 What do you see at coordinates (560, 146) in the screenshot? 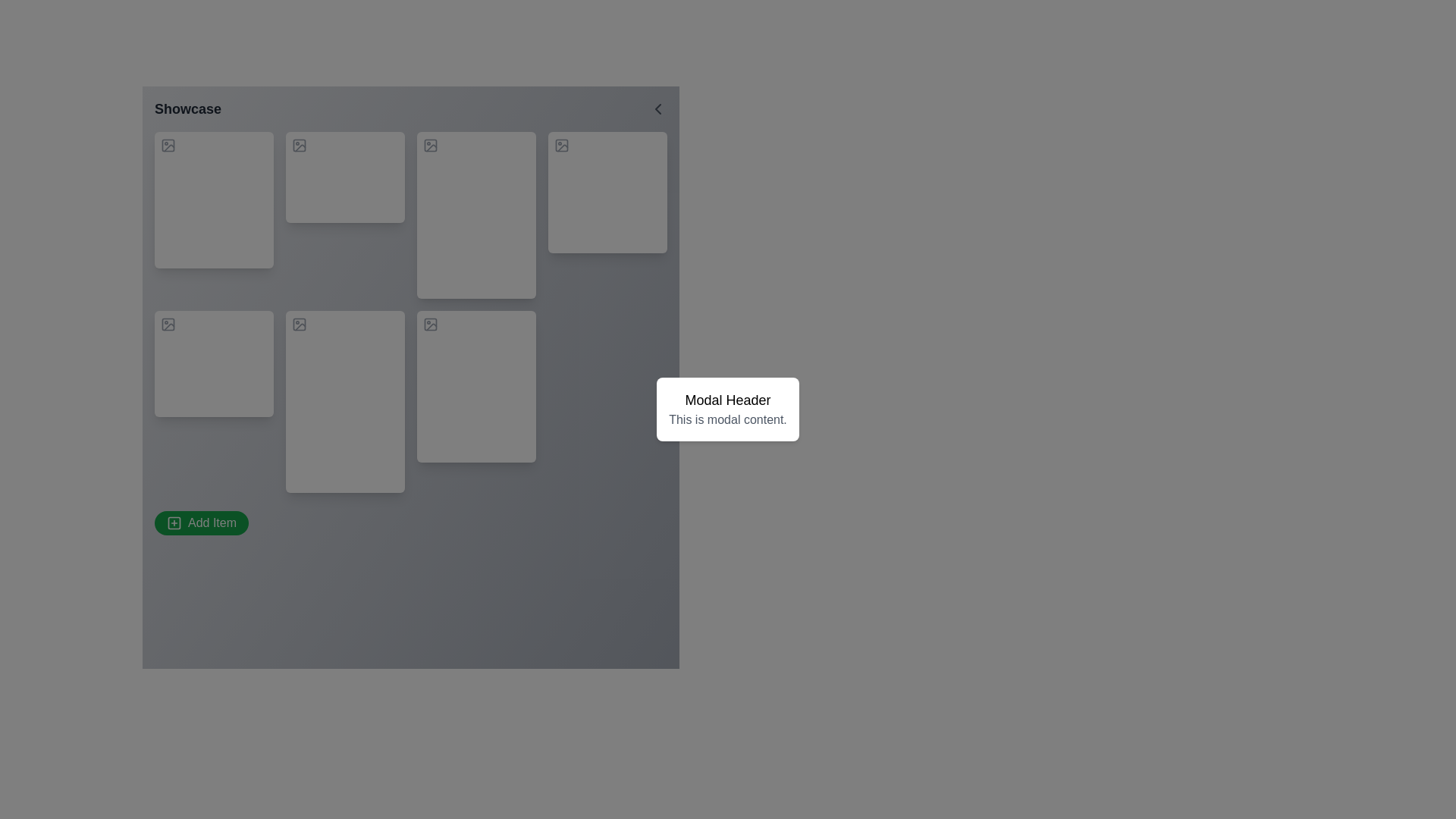
I see `the Decorative icon element, which resembles a picture frame with a circular figure inside it, located in the top-left corner of a card in the top-right area of the interface grid` at bounding box center [560, 146].